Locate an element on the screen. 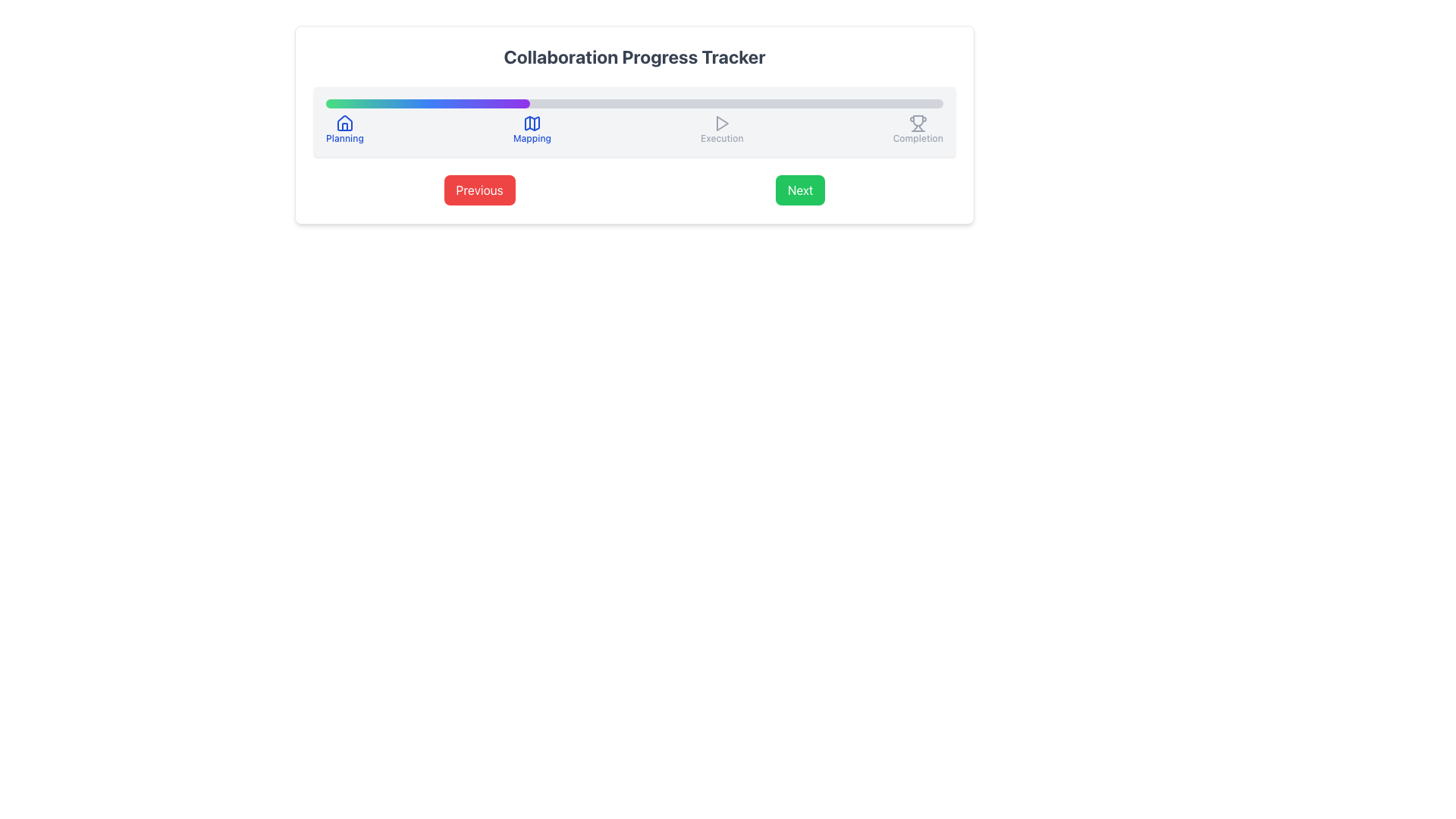 The height and width of the screenshot is (819, 1456). the current state of the Progress Tracker, which visually depicts completed and remaining stages of the workflow, located below the 'Collaboration Progress Tracker' title is located at coordinates (634, 128).